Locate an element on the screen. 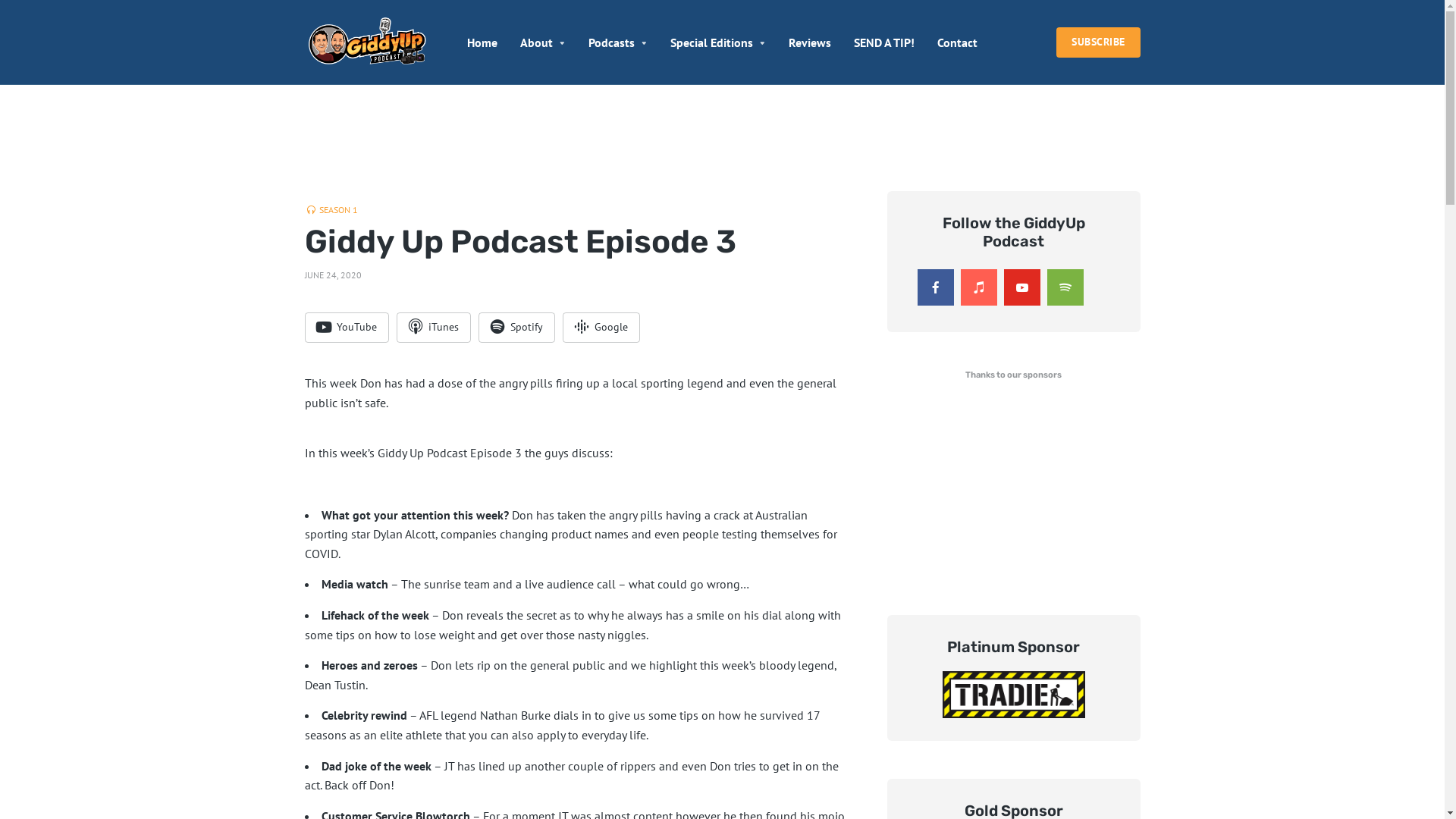  'Contact' is located at coordinates (956, 42).